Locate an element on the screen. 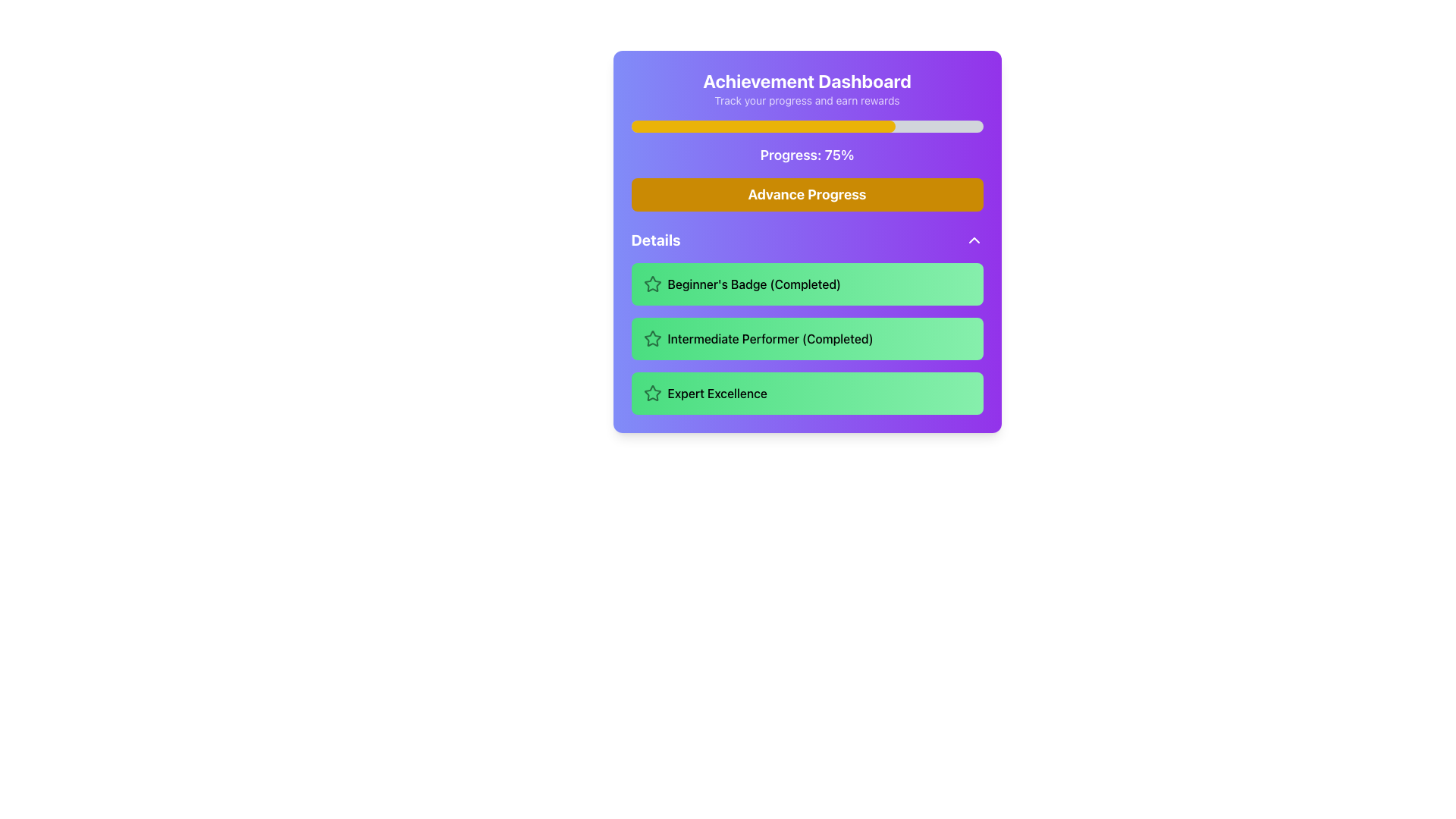  the 'Intermediate Performer (Completed)' badge in the Achievement Dashboard panel, which is the second item in the list of achievements is located at coordinates (806, 321).